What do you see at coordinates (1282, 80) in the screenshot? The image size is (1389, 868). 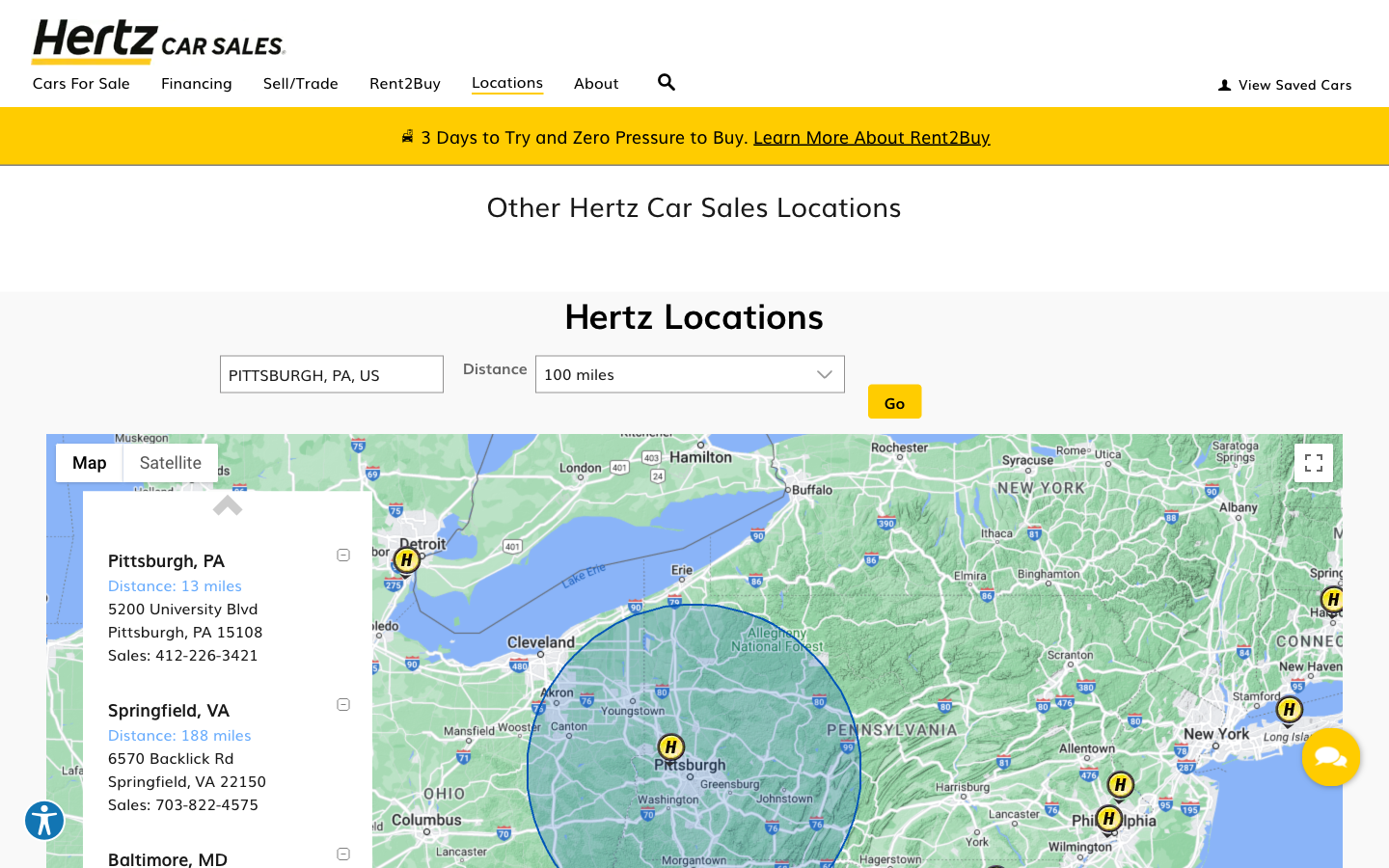 I see `Go to "View Saved Cars", key in "andrew@cmu.edu" and "andrew" for login details` at bounding box center [1282, 80].